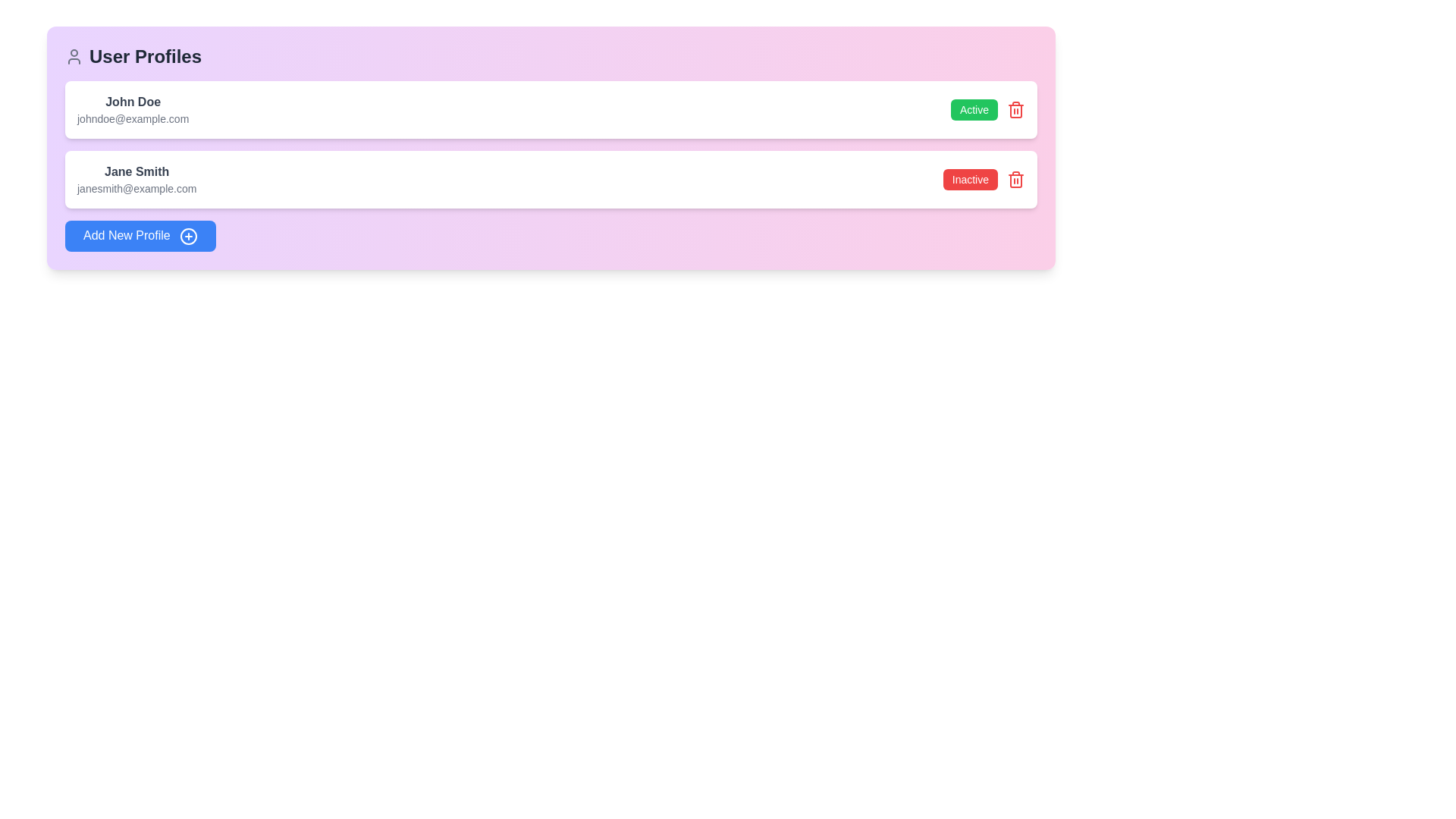  I want to click on the red trash bin icon located in the upper-right corner of John Doe's user profile card to trigger interaction effects, so click(1015, 109).